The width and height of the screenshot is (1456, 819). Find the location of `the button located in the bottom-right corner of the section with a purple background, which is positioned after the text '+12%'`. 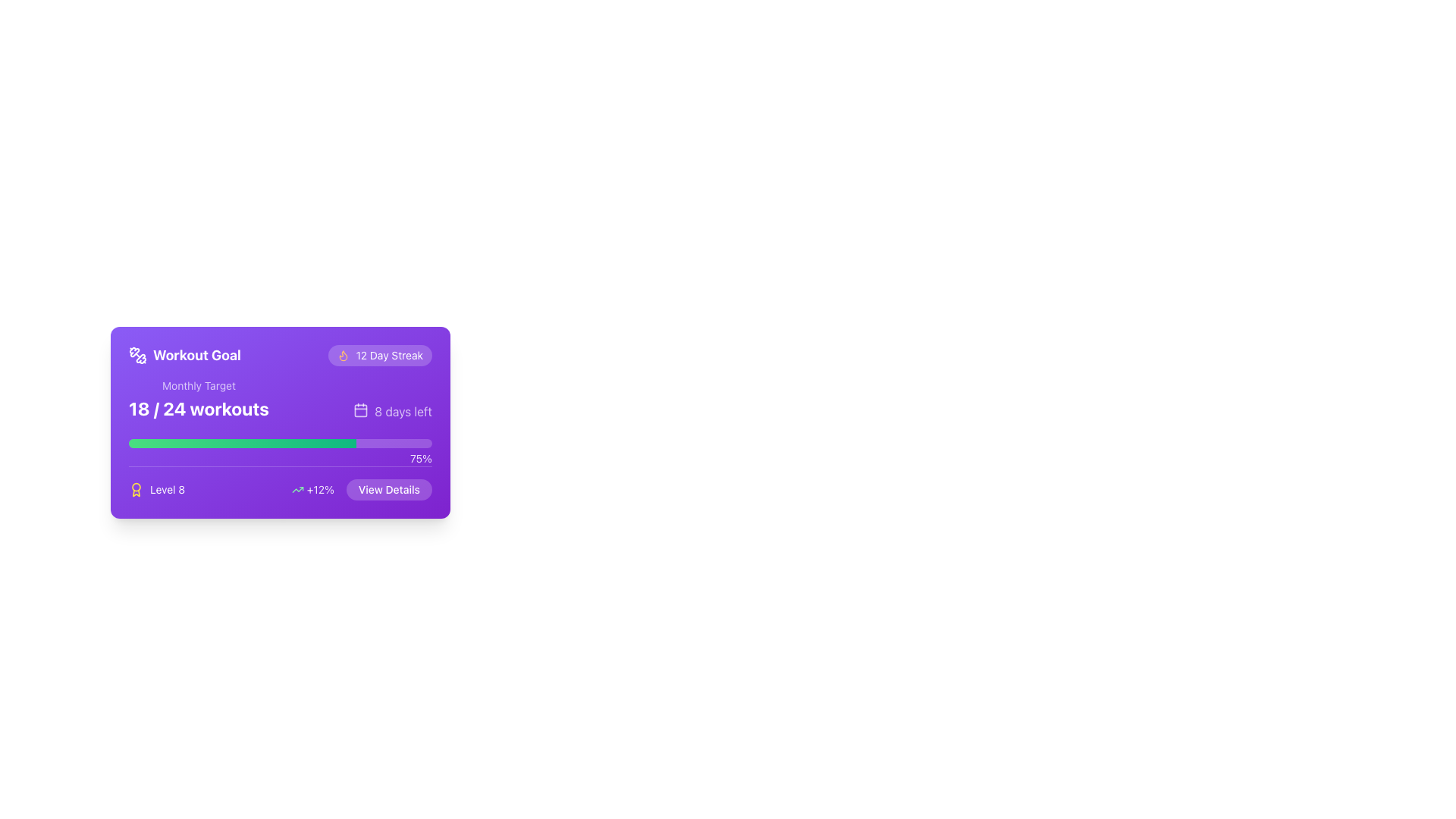

the button located in the bottom-right corner of the section with a purple background, which is positioned after the text '+12%' is located at coordinates (389, 489).